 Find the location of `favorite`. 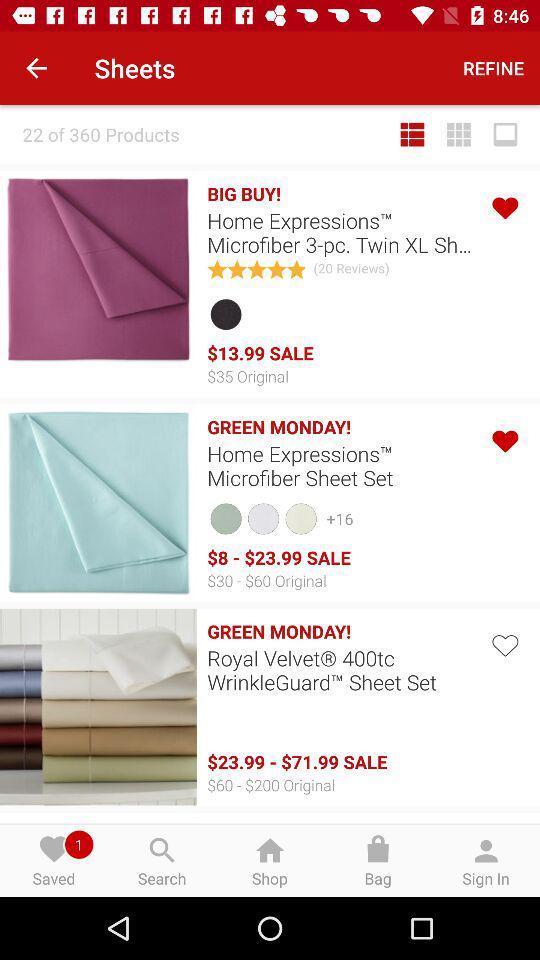

favorite is located at coordinates (503, 206).